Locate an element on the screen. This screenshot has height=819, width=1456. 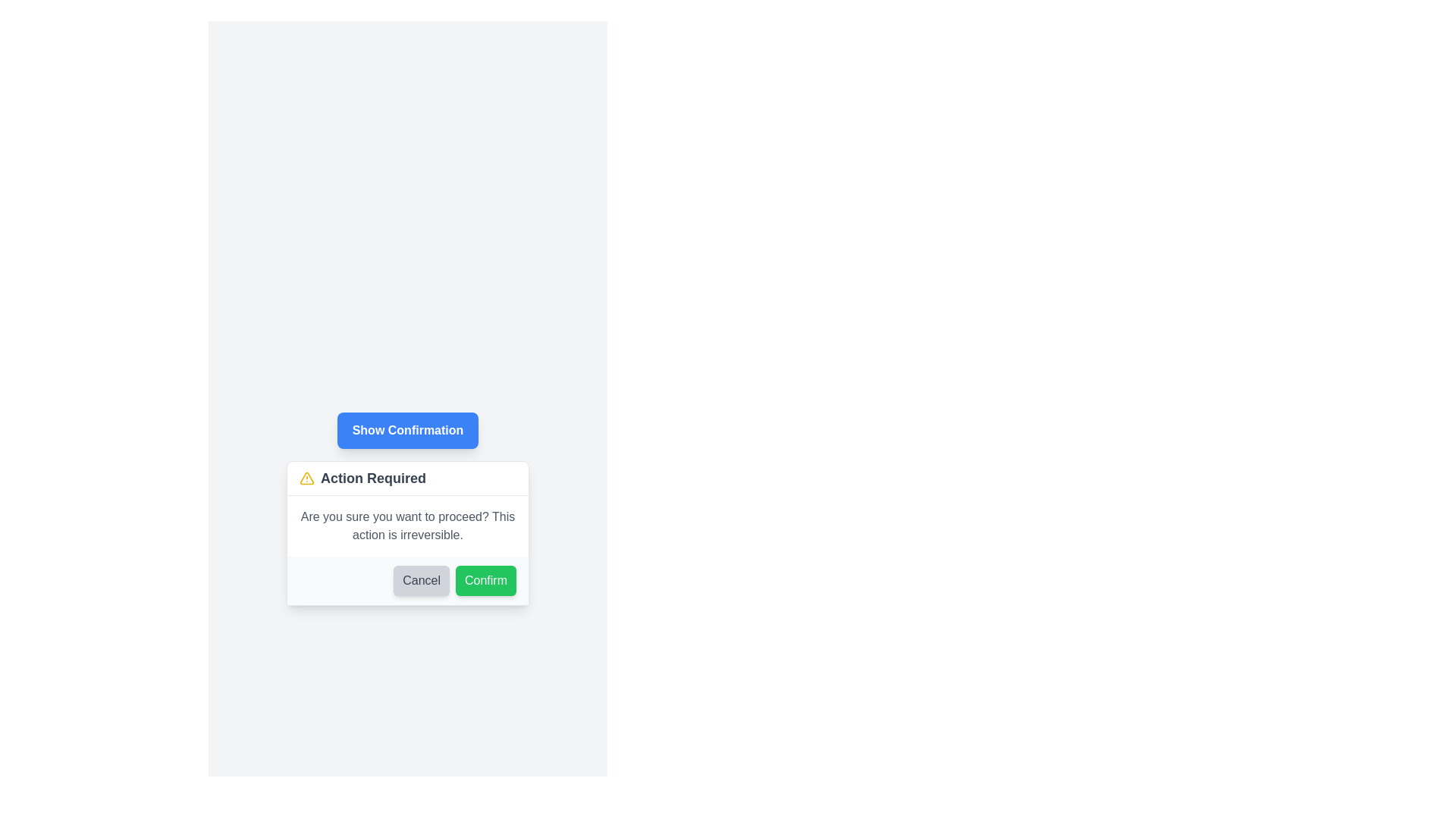
the 'Confirm' button located at the bottom-right corner of the modal dialog box to change its shade is located at coordinates (485, 580).